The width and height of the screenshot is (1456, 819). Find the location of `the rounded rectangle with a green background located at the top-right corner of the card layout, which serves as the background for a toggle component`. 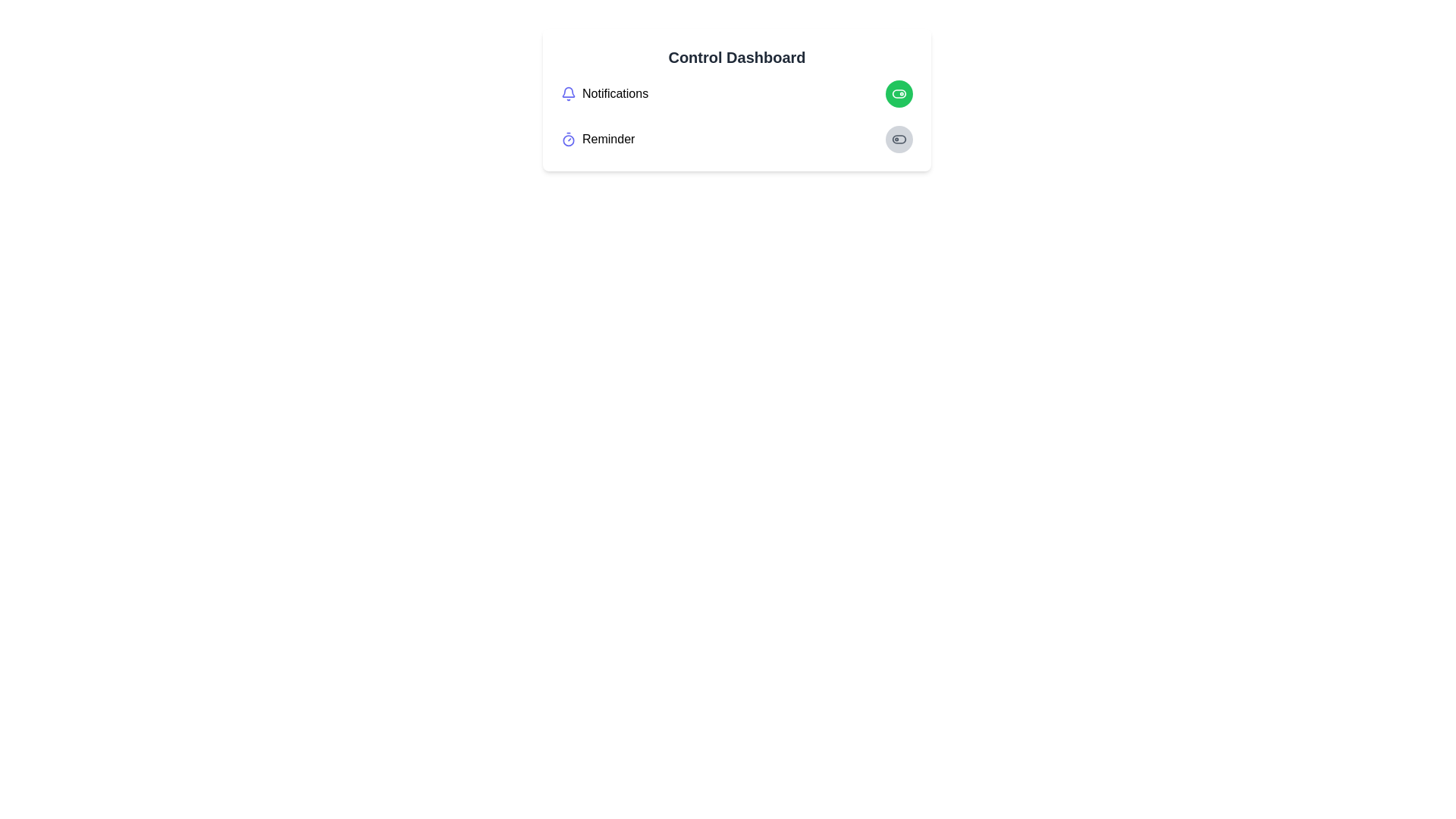

the rounded rectangle with a green background located at the top-right corner of the card layout, which serves as the background for a toggle component is located at coordinates (899, 93).